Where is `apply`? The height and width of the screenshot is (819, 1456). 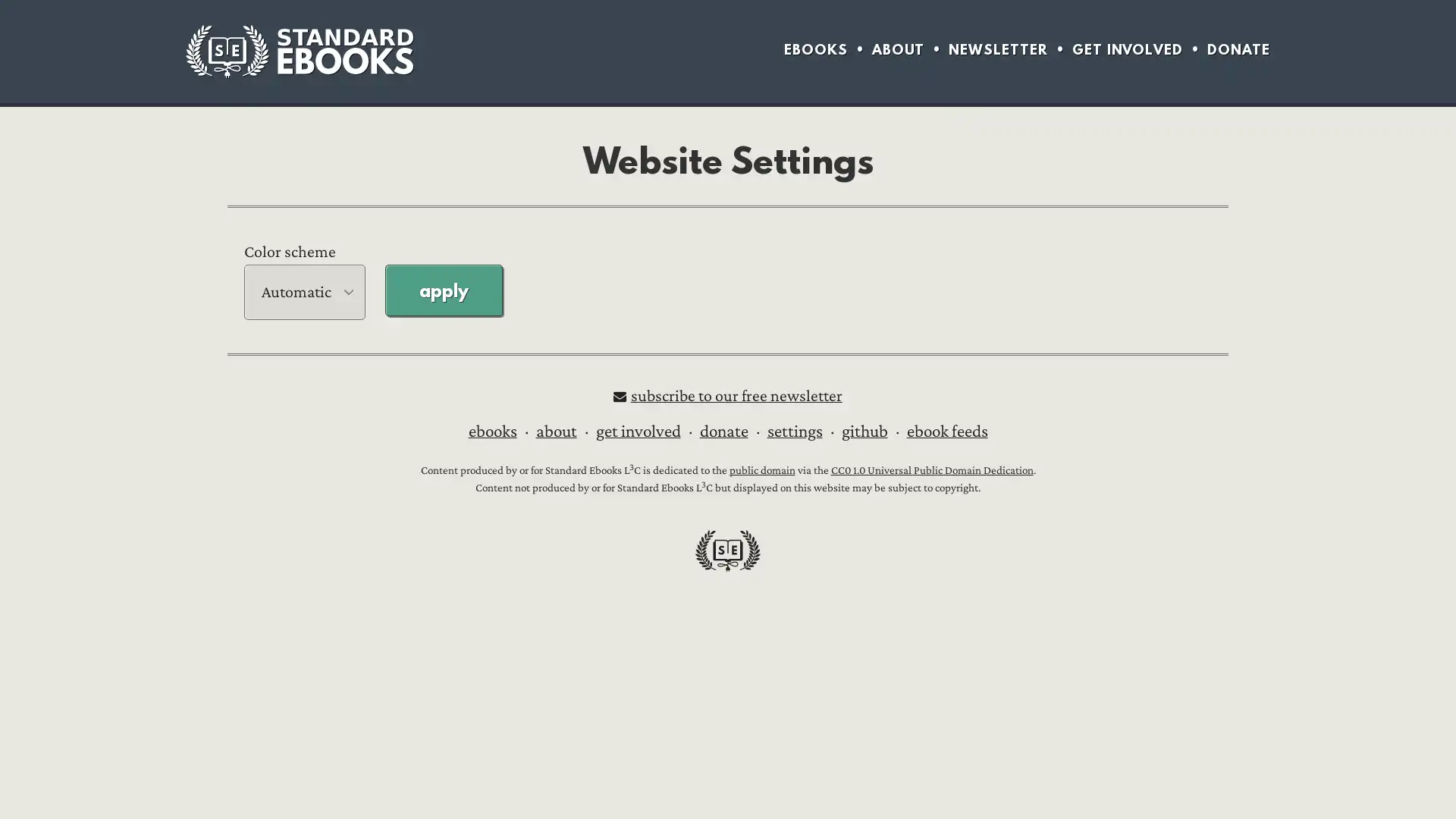 apply is located at coordinates (443, 289).